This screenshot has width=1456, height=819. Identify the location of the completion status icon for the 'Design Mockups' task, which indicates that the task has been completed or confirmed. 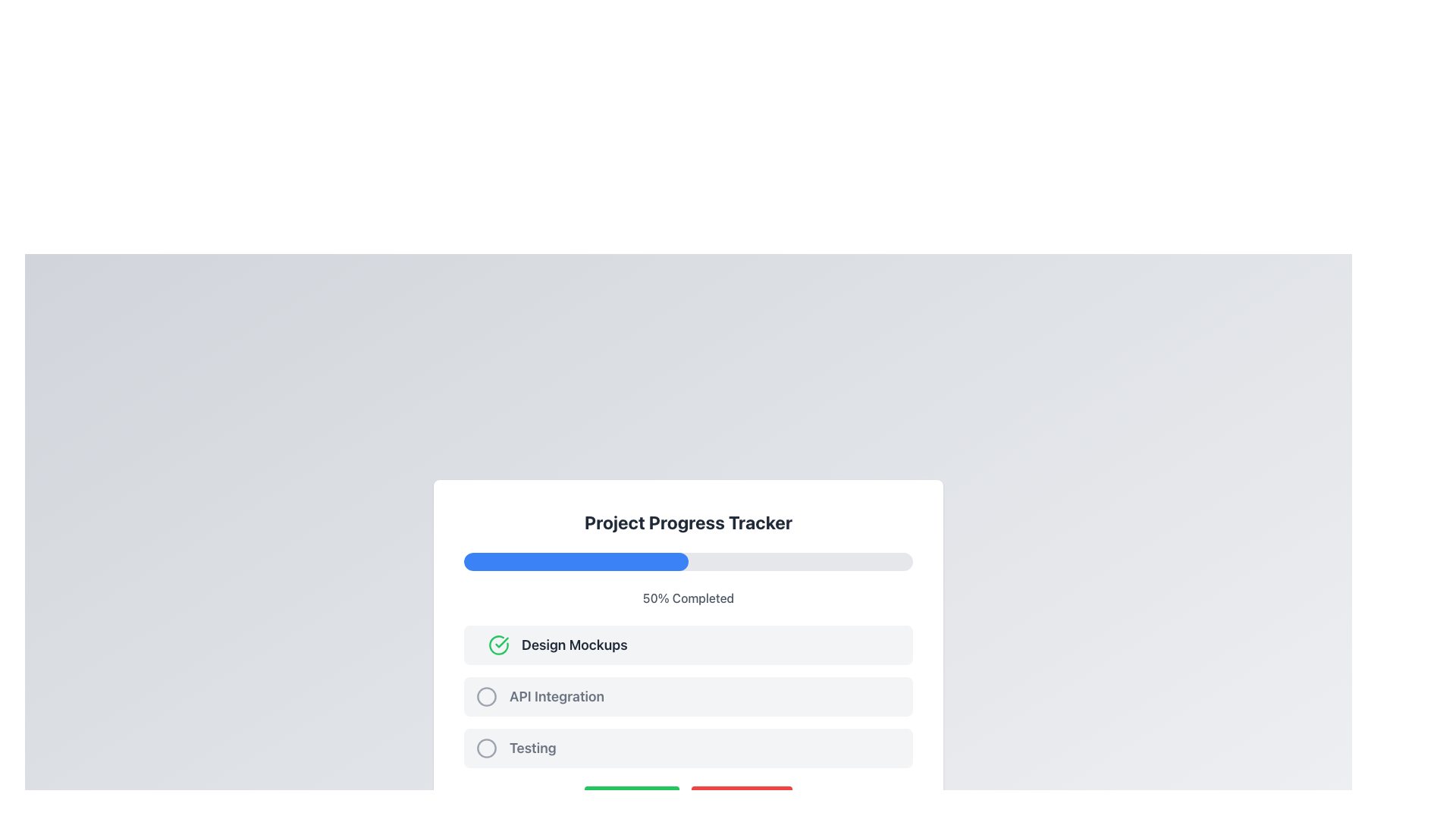
(498, 645).